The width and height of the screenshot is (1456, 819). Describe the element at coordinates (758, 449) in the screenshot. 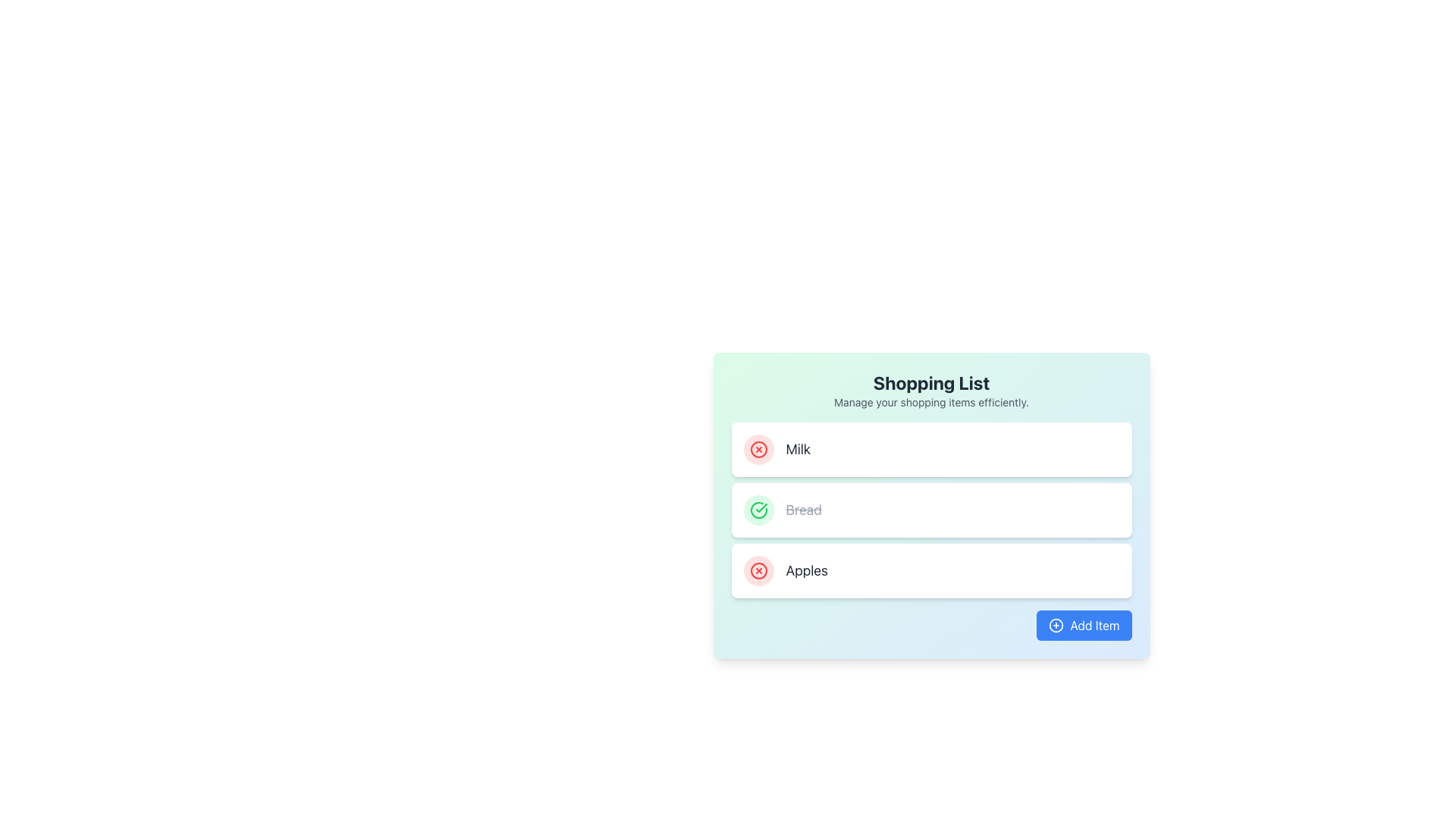

I see `the delete button located to the left of the text 'Milk' in the vertically stacked list` at that location.